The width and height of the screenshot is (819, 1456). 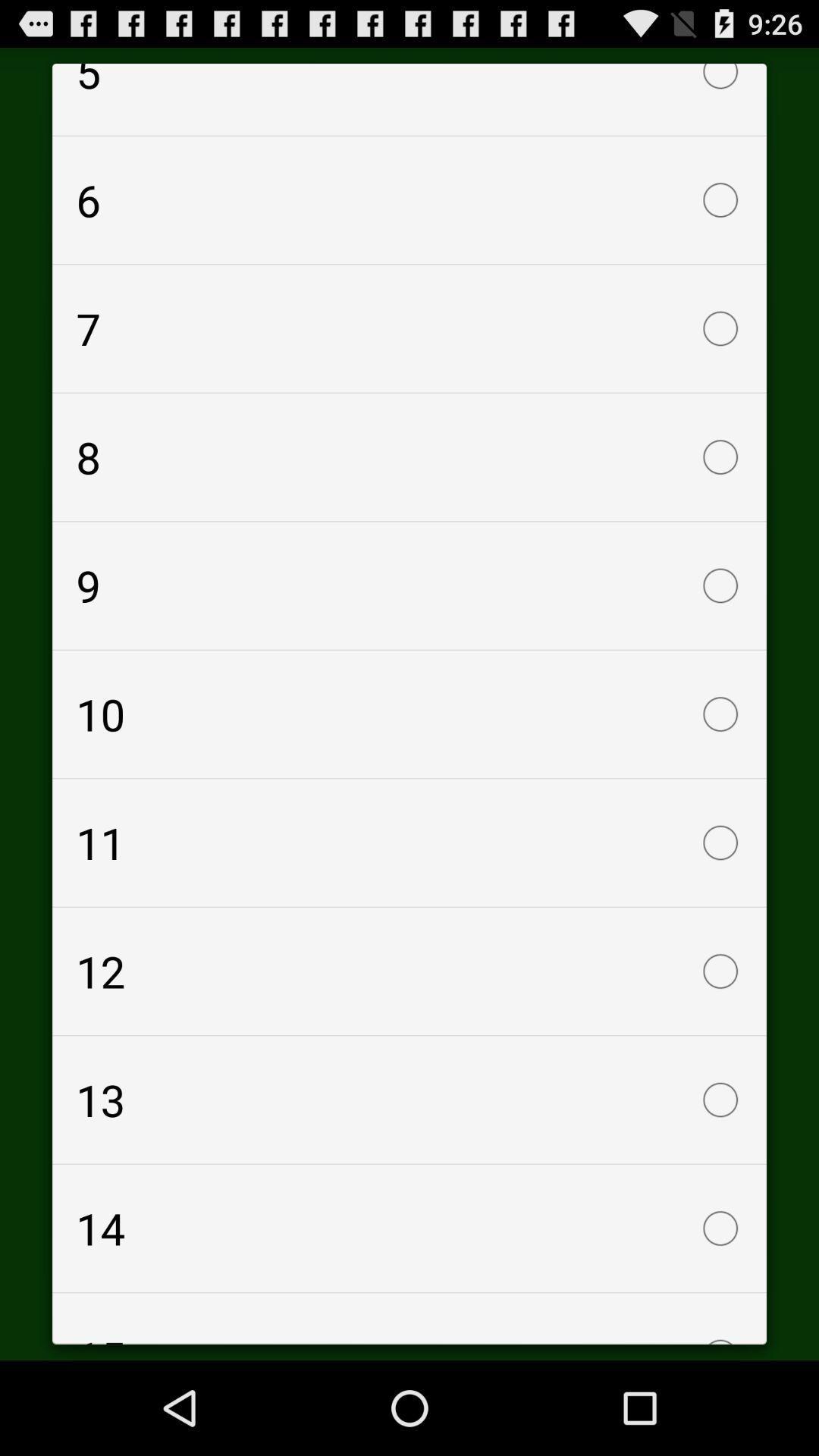 What do you see at coordinates (409, 199) in the screenshot?
I see `the icon below the 5 item` at bounding box center [409, 199].